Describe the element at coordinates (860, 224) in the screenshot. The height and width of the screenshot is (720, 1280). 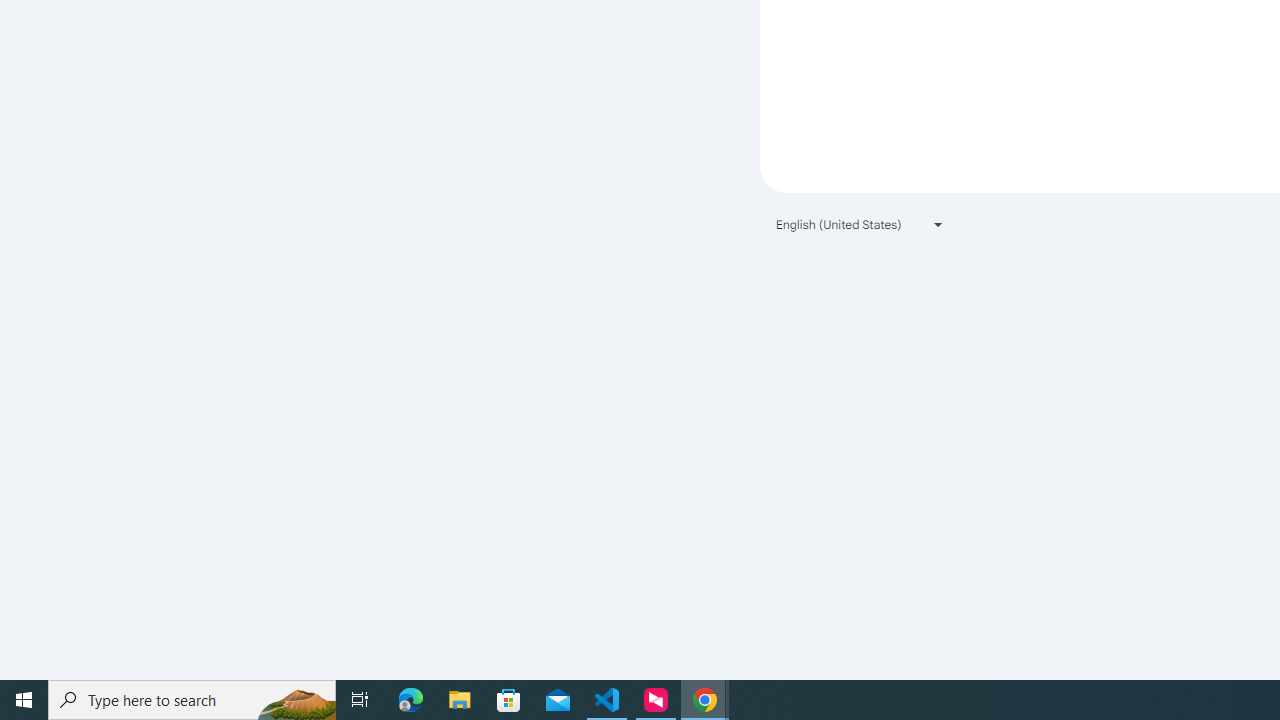
I see `'English (United States)'` at that location.